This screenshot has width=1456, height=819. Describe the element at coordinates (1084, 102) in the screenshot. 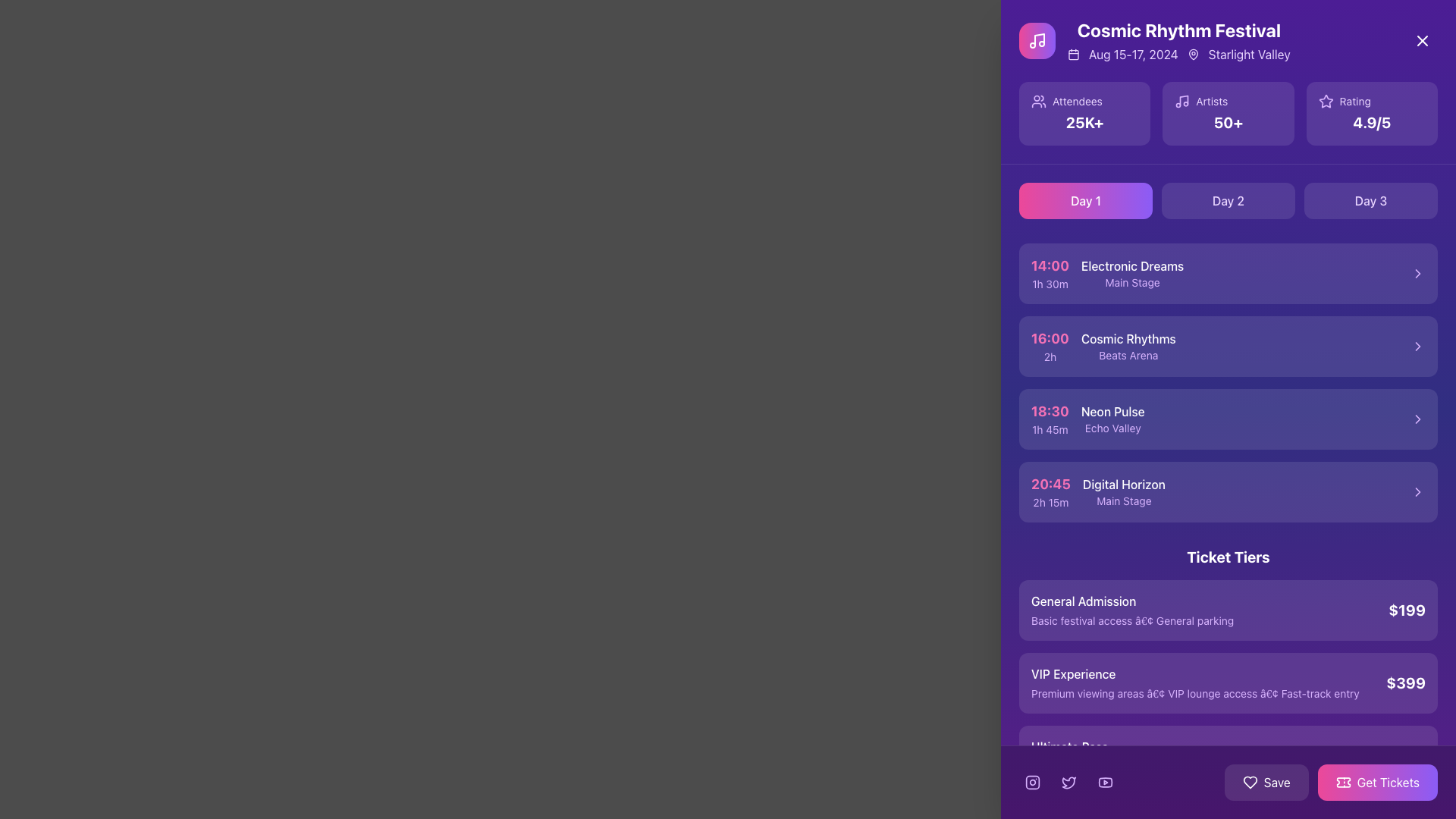

I see `the Text Element that serves as a label describing the count of attendees, located above the '25K+' text` at that location.